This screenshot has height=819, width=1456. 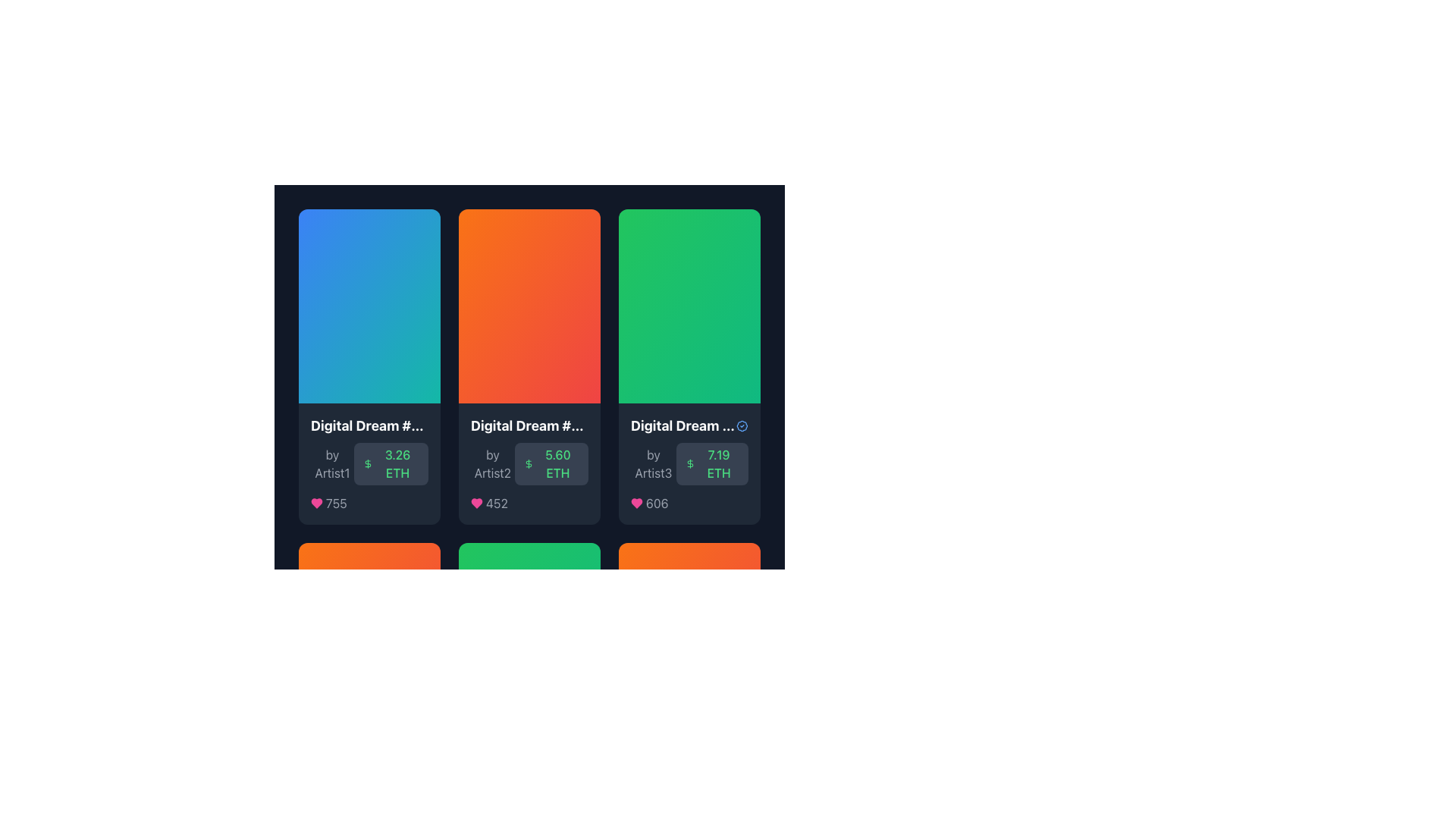 I want to click on the inner circular part of the badge icon located in the top-right corner of the third card in a horizontal list, which has a distinctive linear outline indicating status or achievement, so click(x=742, y=426).